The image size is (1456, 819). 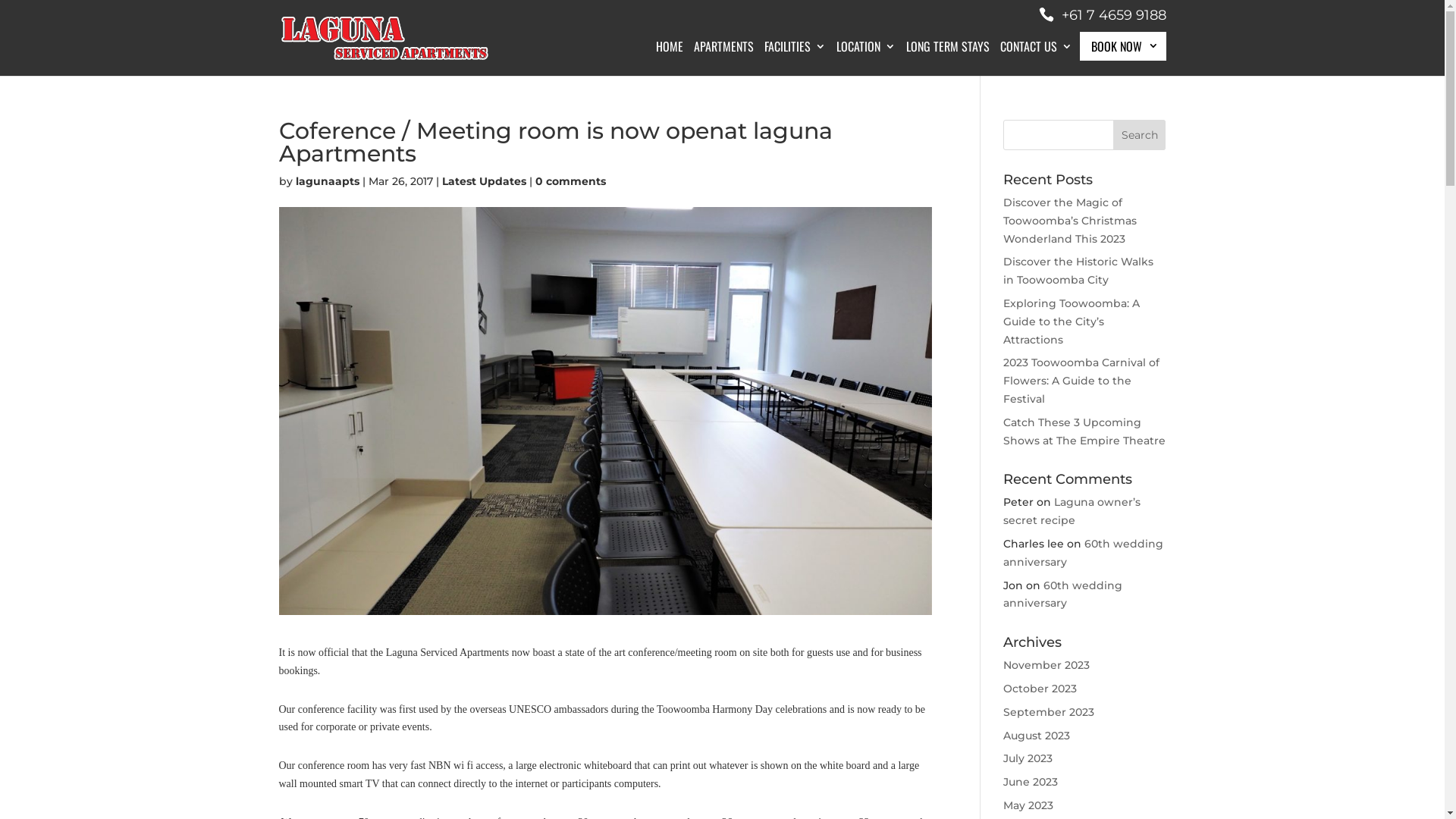 I want to click on 'Search', so click(x=1139, y=133).